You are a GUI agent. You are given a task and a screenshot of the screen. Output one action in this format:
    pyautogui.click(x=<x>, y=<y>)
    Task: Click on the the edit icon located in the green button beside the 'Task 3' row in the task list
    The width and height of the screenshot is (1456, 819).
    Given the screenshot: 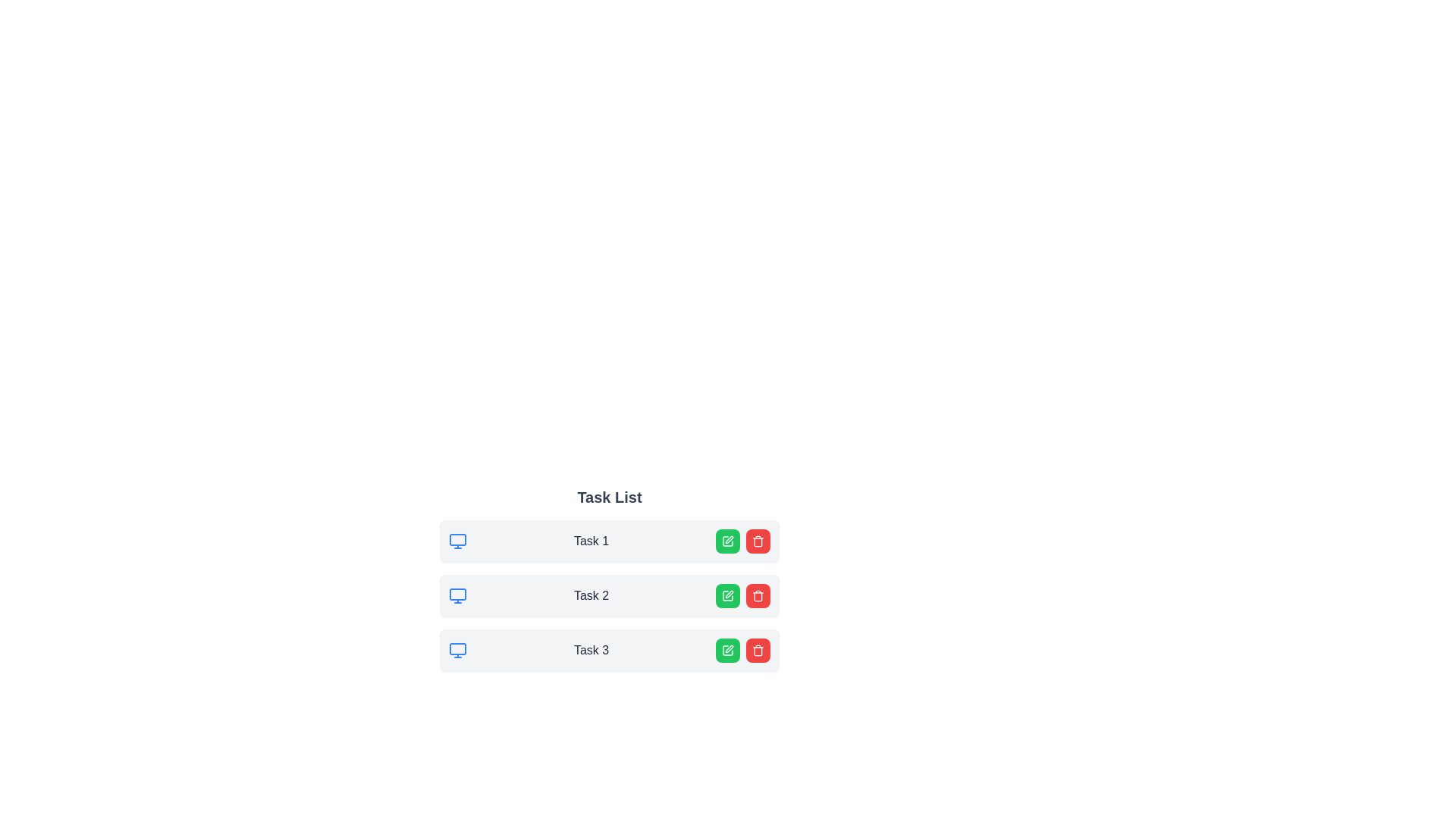 What is the action you would take?
    pyautogui.click(x=728, y=649)
    